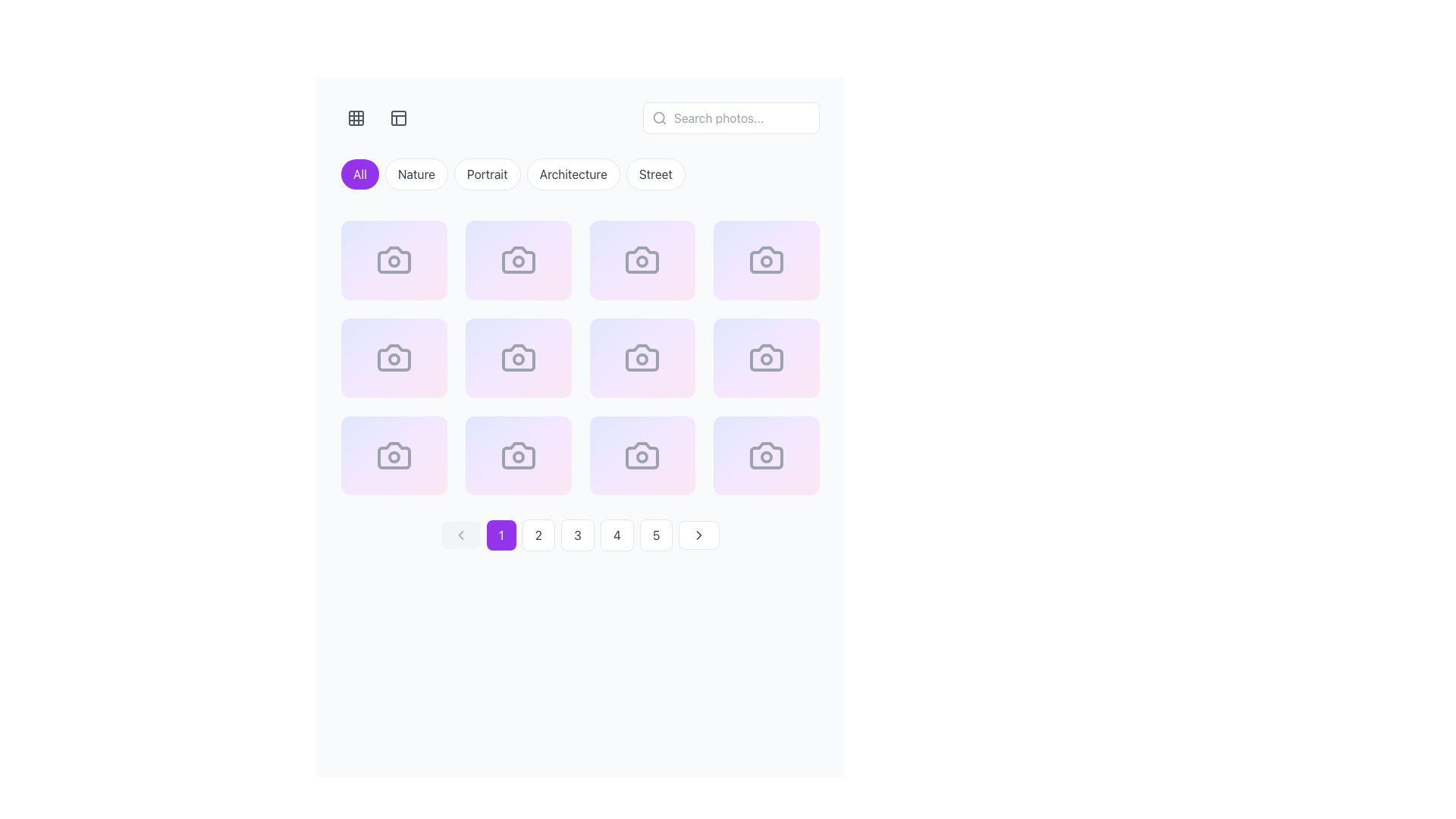 The height and width of the screenshot is (819, 1456). I want to click on the Display Card, which is a rectangular card with rounded corners featuring a gradient background and a gray outlined camera icon at its center, located as the second card in the top row of a grid layout, so click(518, 259).